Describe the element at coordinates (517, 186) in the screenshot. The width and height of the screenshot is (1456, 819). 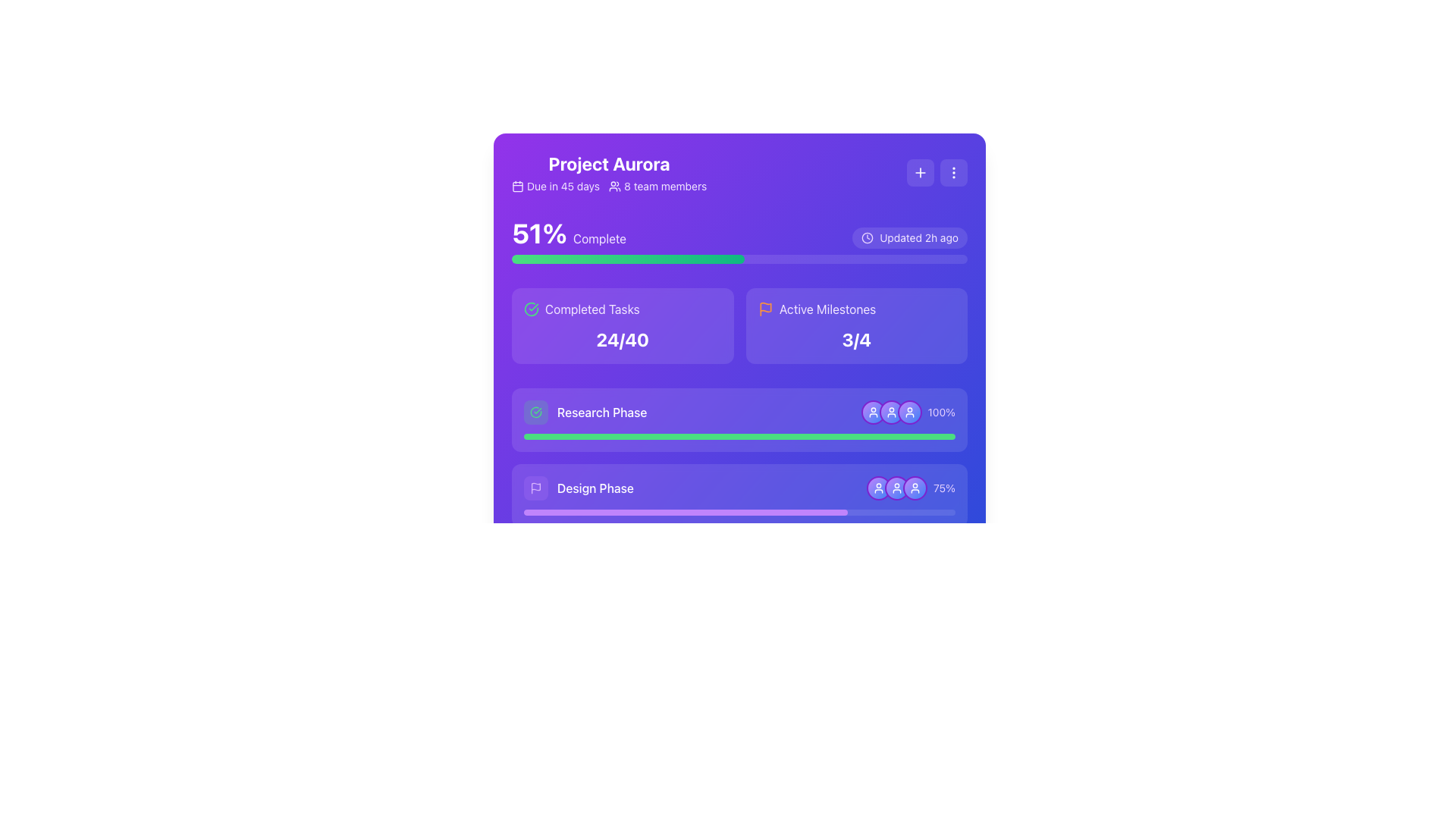
I see `the prominent inner rectangular component of the calendar icon located adjacent to the 'Due in 45 days' text` at that location.